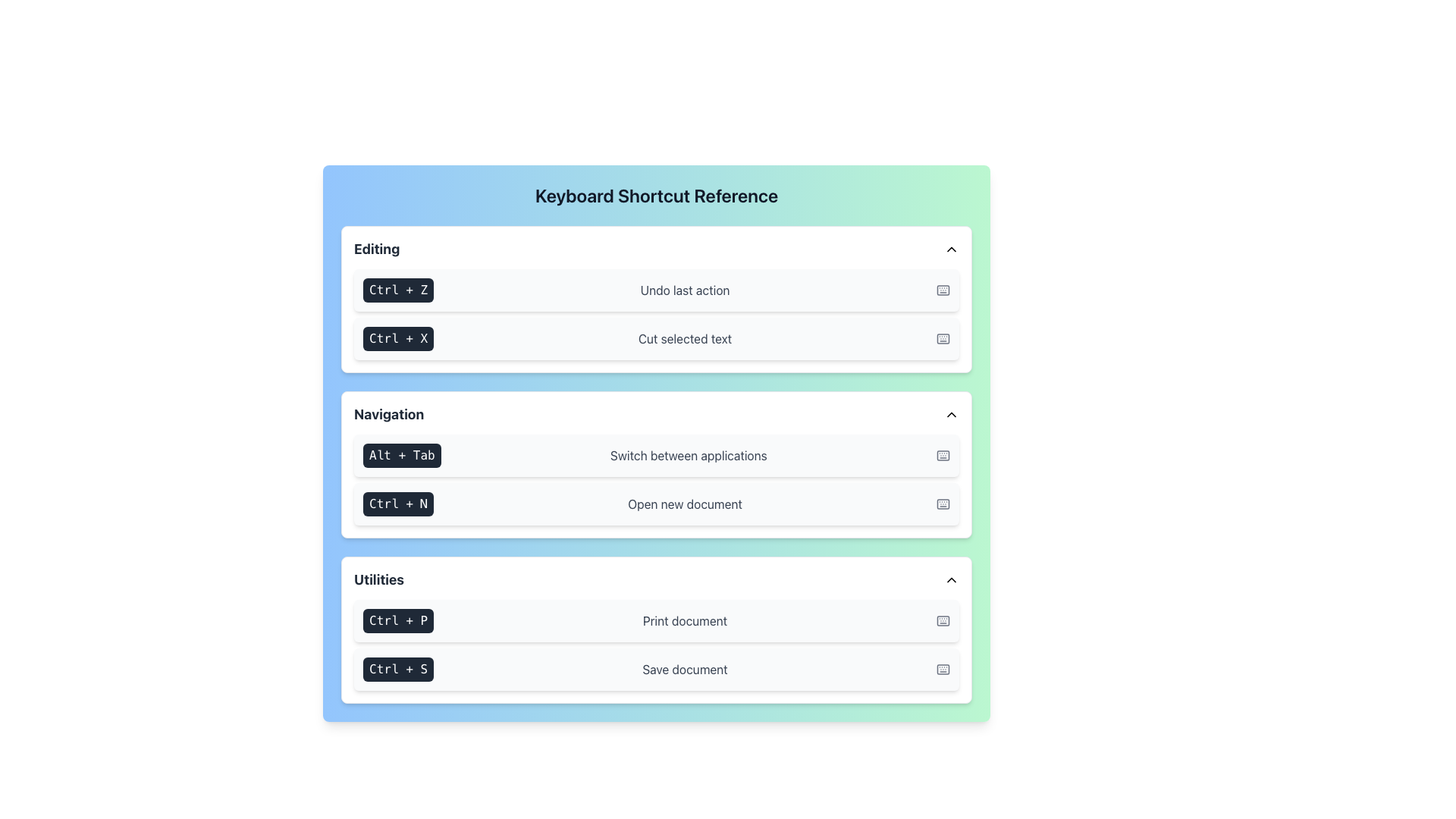  Describe the element at coordinates (656, 314) in the screenshot. I see `shortcut descriptions from the Shortcut Reference Panel, which displays keyboard shortcuts and their descriptions in the Editing section of the Keyboard Shortcut Reference interface` at that location.